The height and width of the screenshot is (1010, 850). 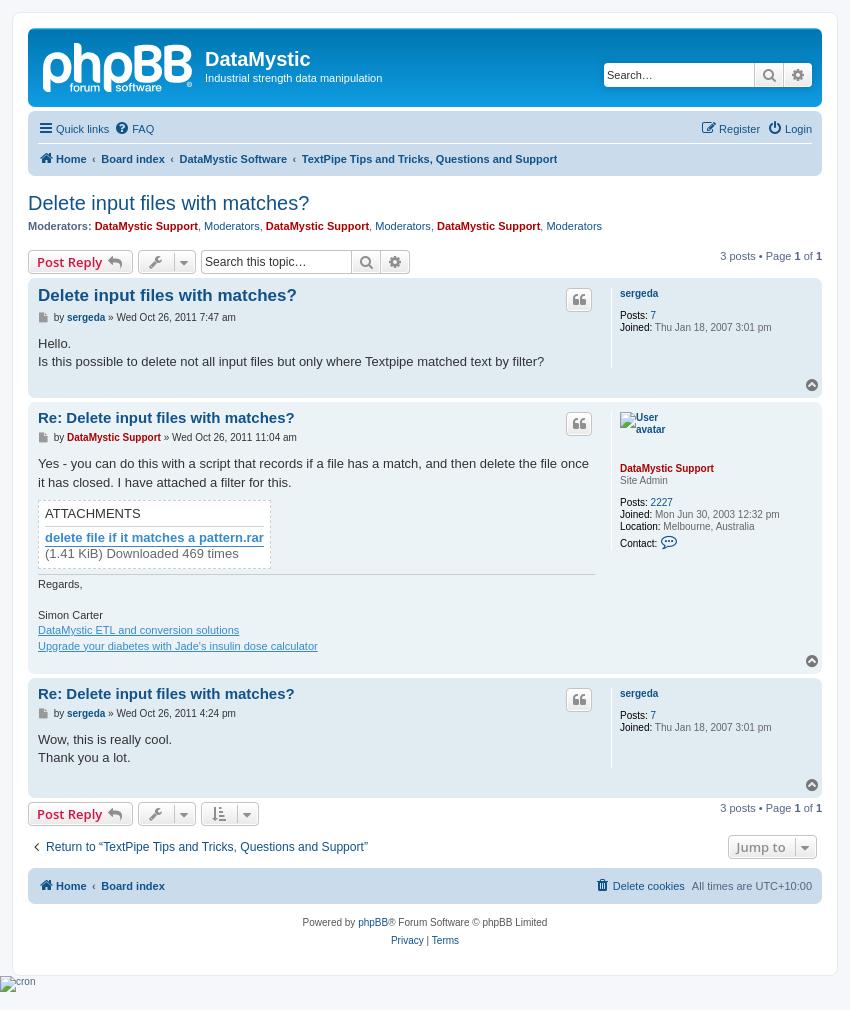 What do you see at coordinates (329, 921) in the screenshot?
I see `'Powered by'` at bounding box center [329, 921].